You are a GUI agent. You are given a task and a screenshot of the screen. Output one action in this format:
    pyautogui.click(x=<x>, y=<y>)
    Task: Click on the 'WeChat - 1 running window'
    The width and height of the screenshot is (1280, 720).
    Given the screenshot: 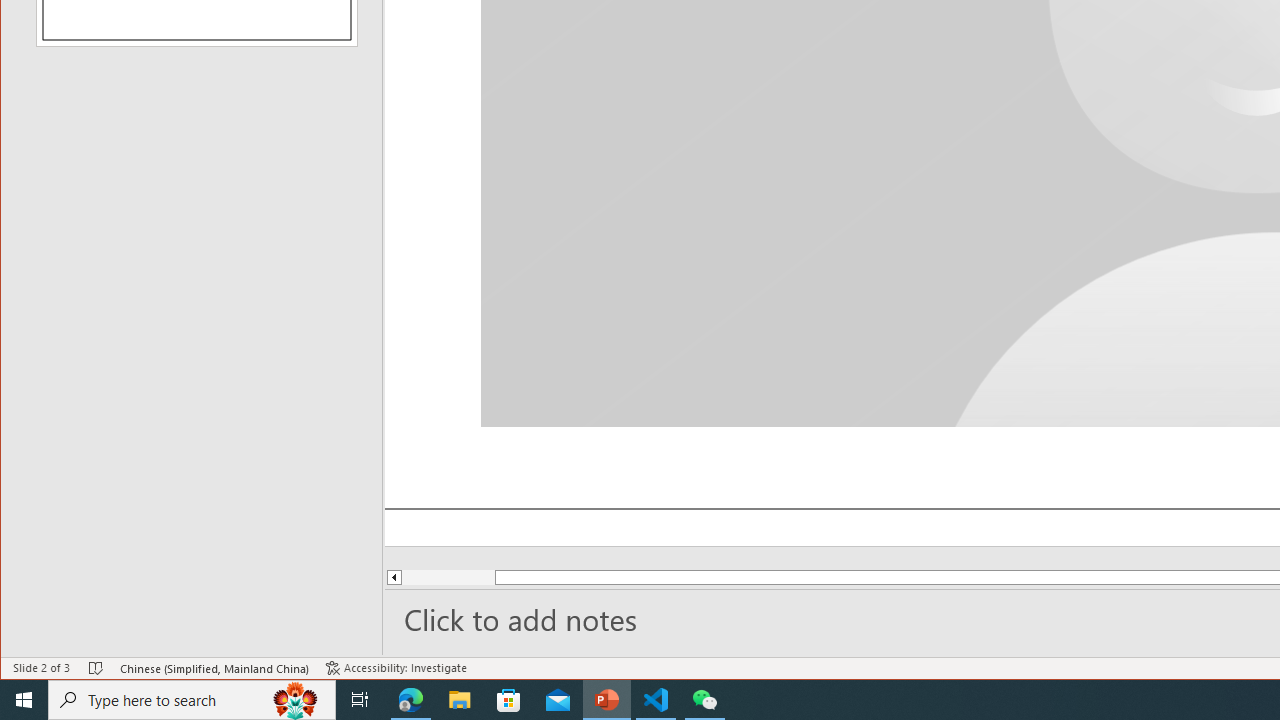 What is the action you would take?
    pyautogui.click(x=705, y=698)
    